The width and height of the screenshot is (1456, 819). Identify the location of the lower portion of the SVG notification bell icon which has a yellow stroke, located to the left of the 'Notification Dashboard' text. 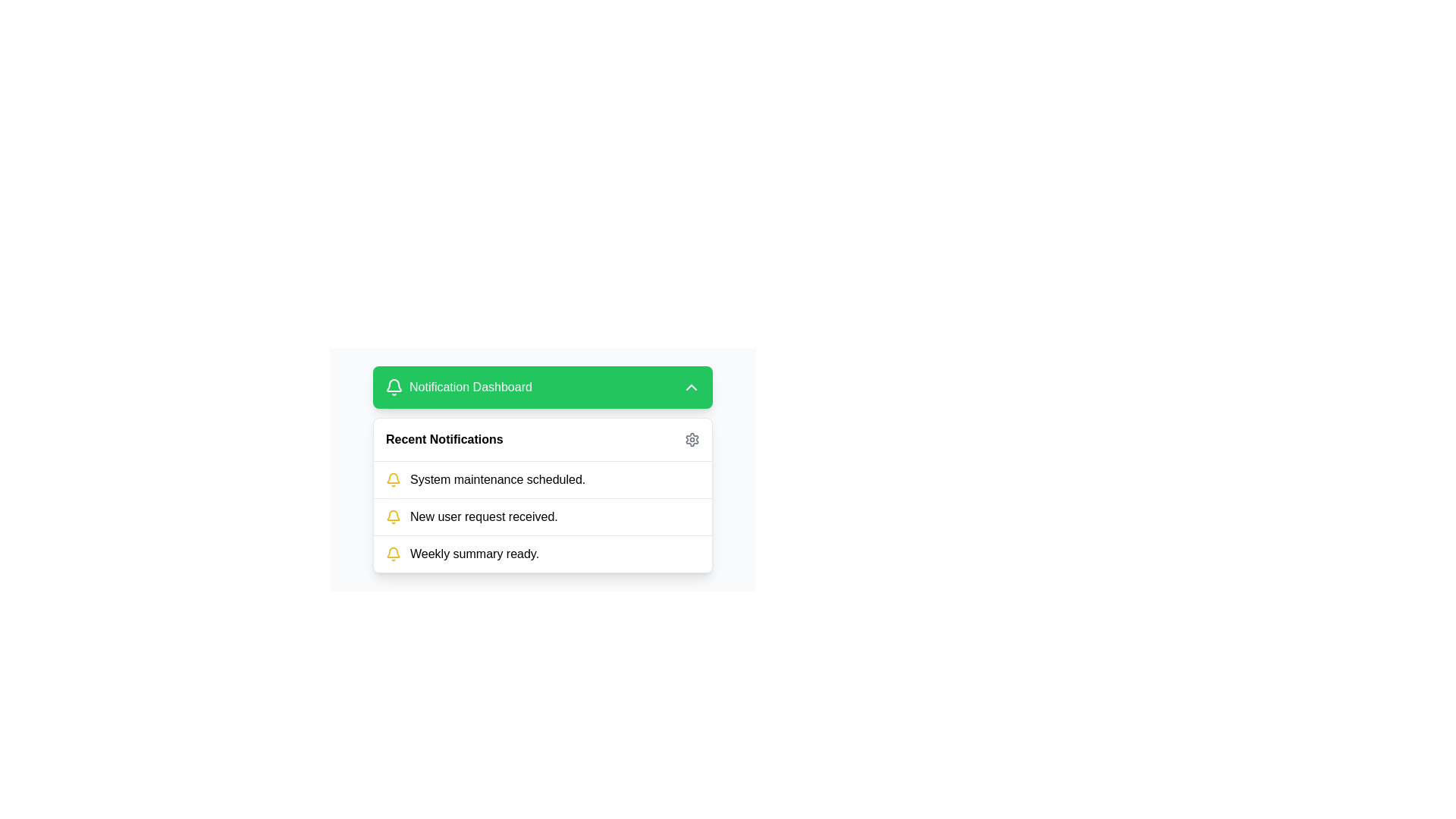
(393, 552).